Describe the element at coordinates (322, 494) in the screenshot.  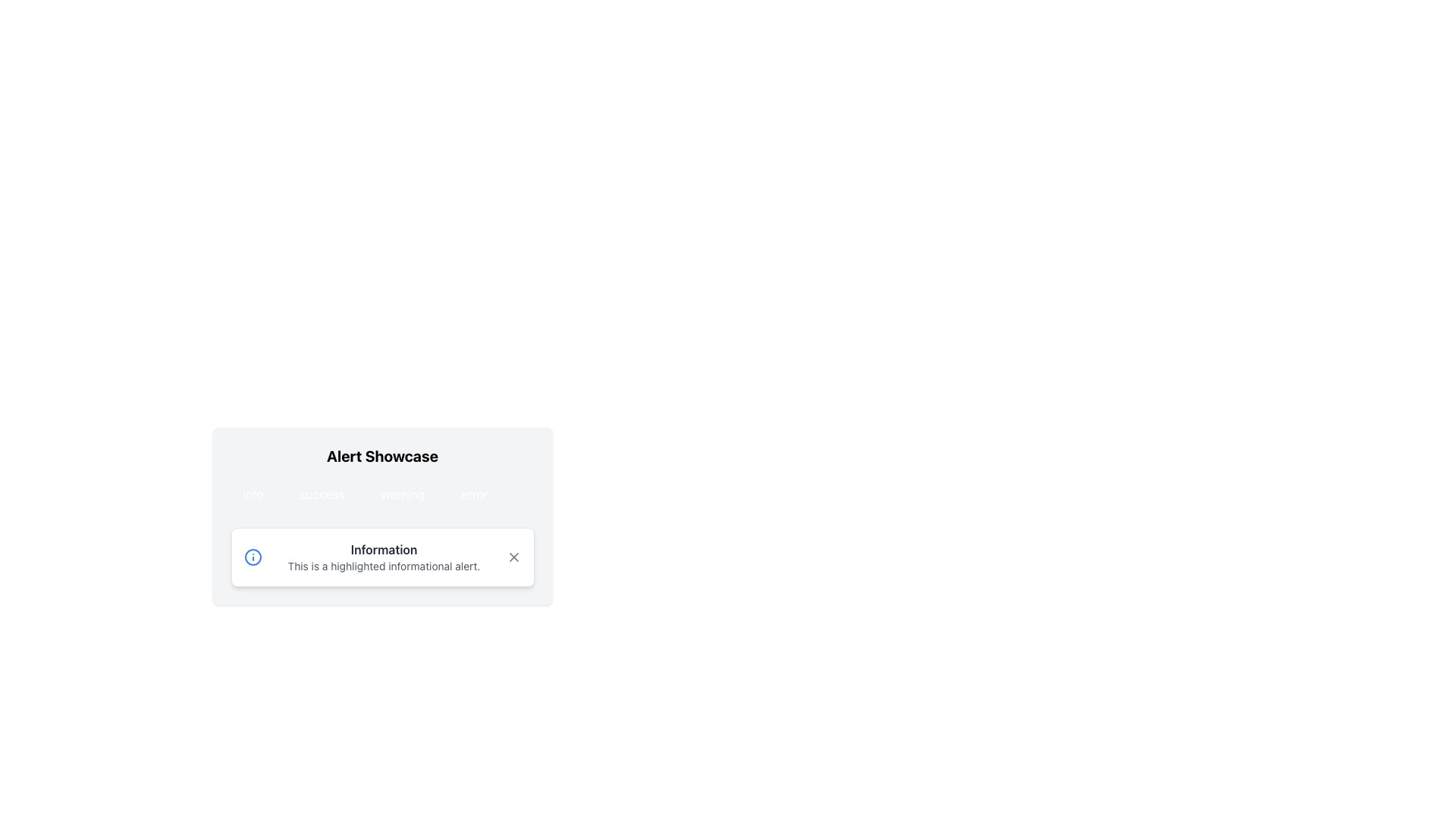
I see `the success-themed button located below the 'Alert Showcase' section` at that location.